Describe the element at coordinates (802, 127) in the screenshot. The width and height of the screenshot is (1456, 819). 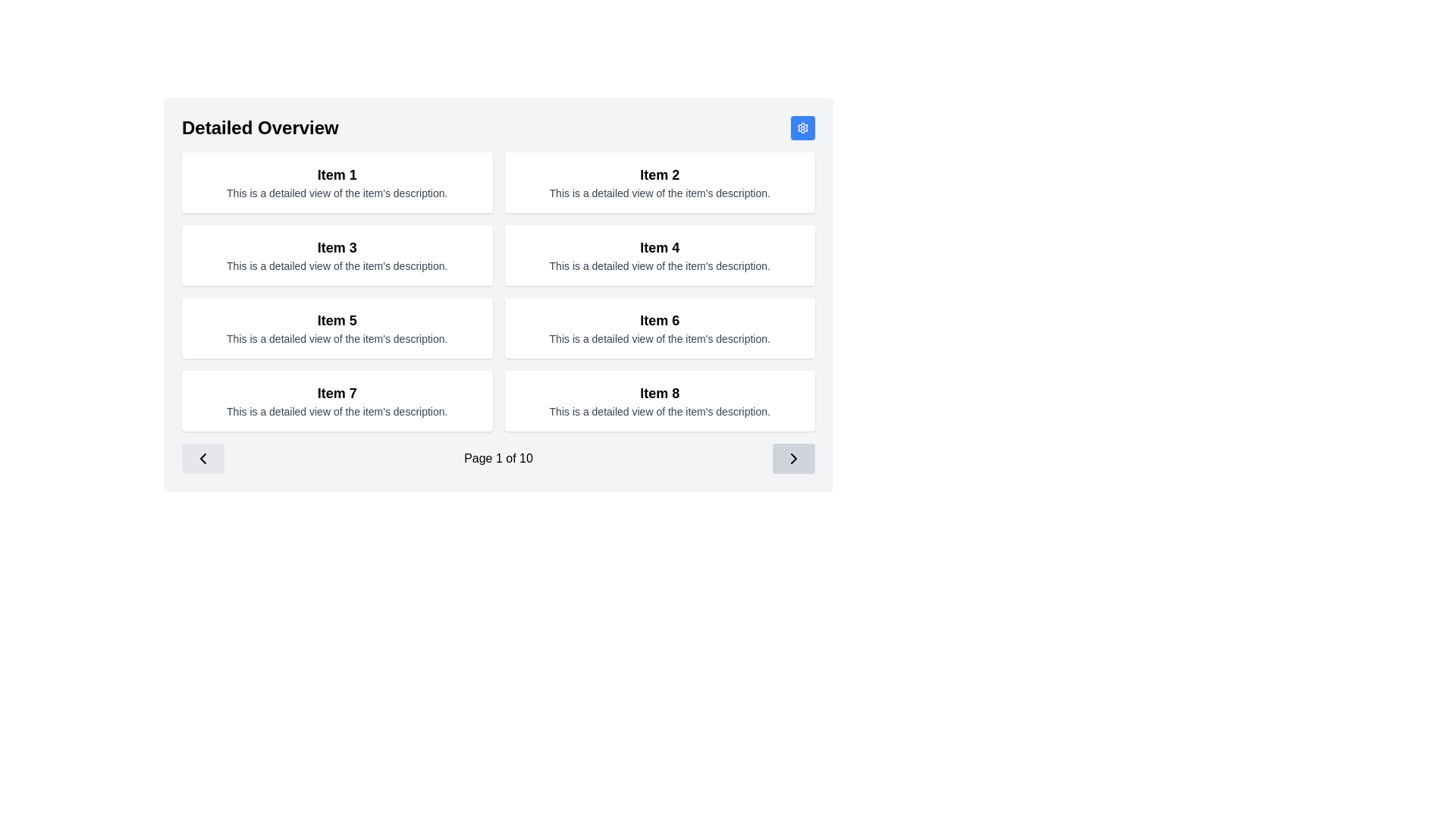
I see `the small, square blue button with a rounded corners and a white settings gear icon located in the top-right corner of the 'Detailed Overview' section` at that location.